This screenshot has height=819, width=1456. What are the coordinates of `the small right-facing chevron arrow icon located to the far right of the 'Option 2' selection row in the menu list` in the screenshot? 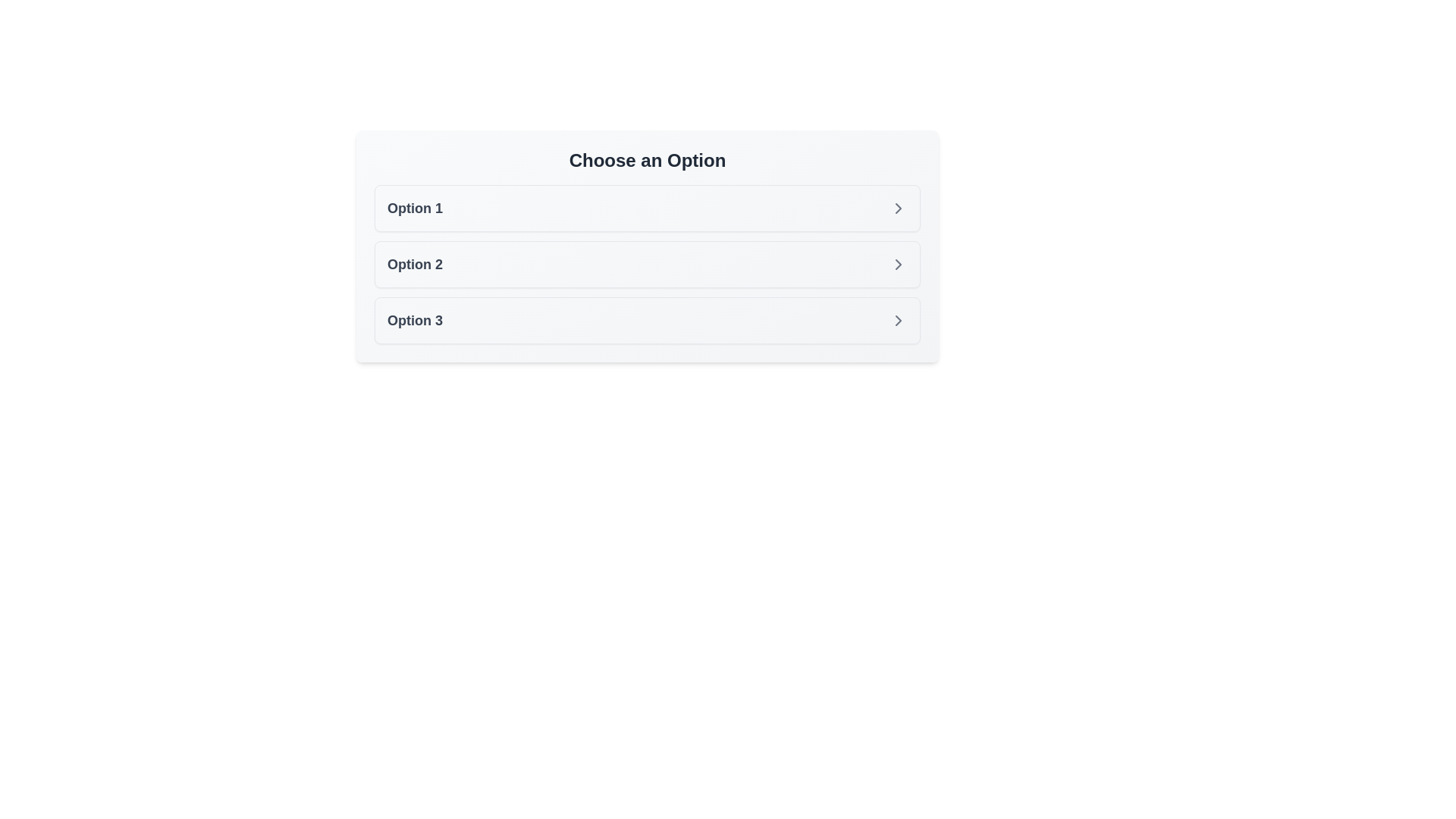 It's located at (899, 263).